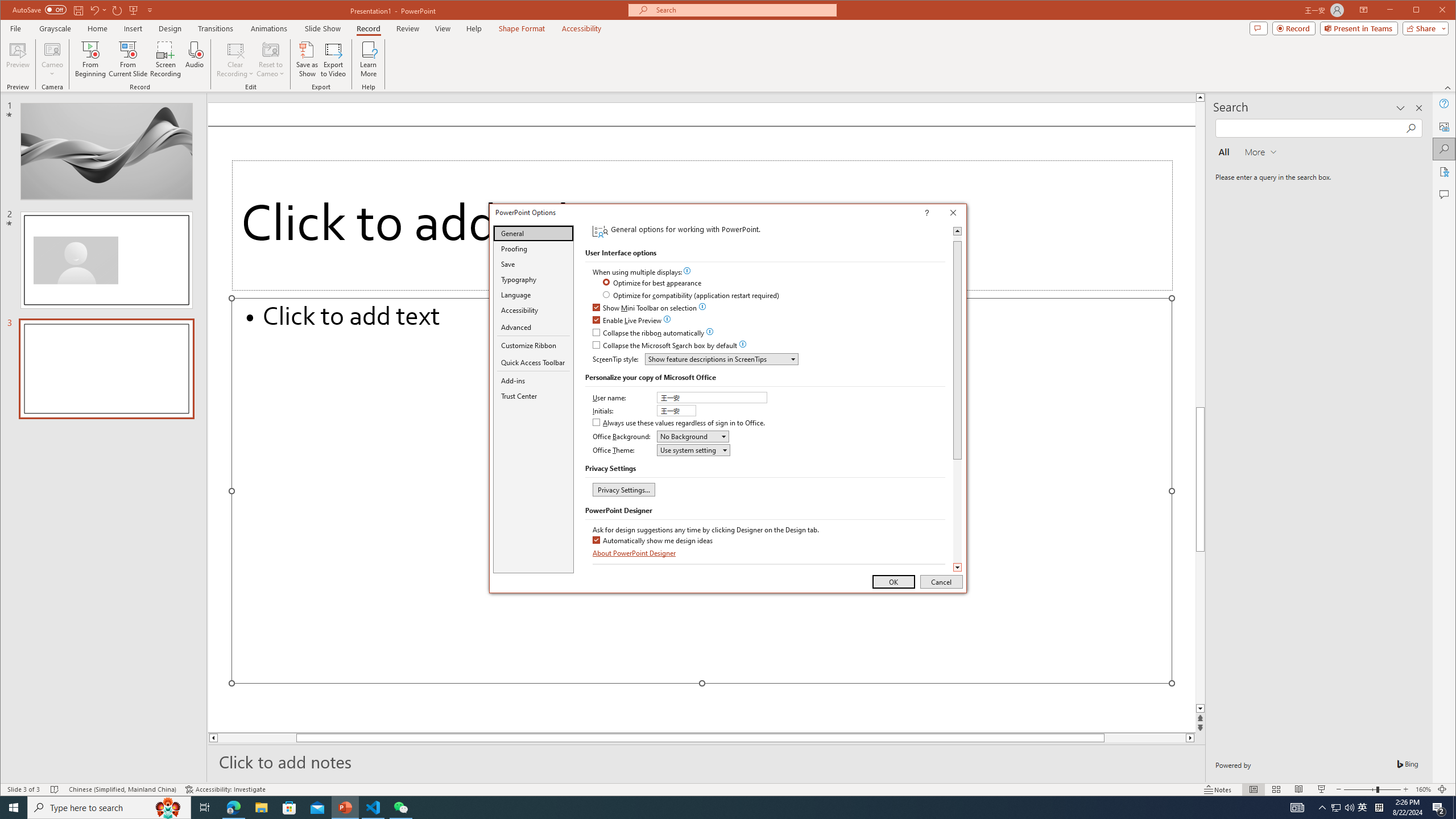 The width and height of the screenshot is (1456, 819). I want to click on 'Trust Center', so click(533, 396).